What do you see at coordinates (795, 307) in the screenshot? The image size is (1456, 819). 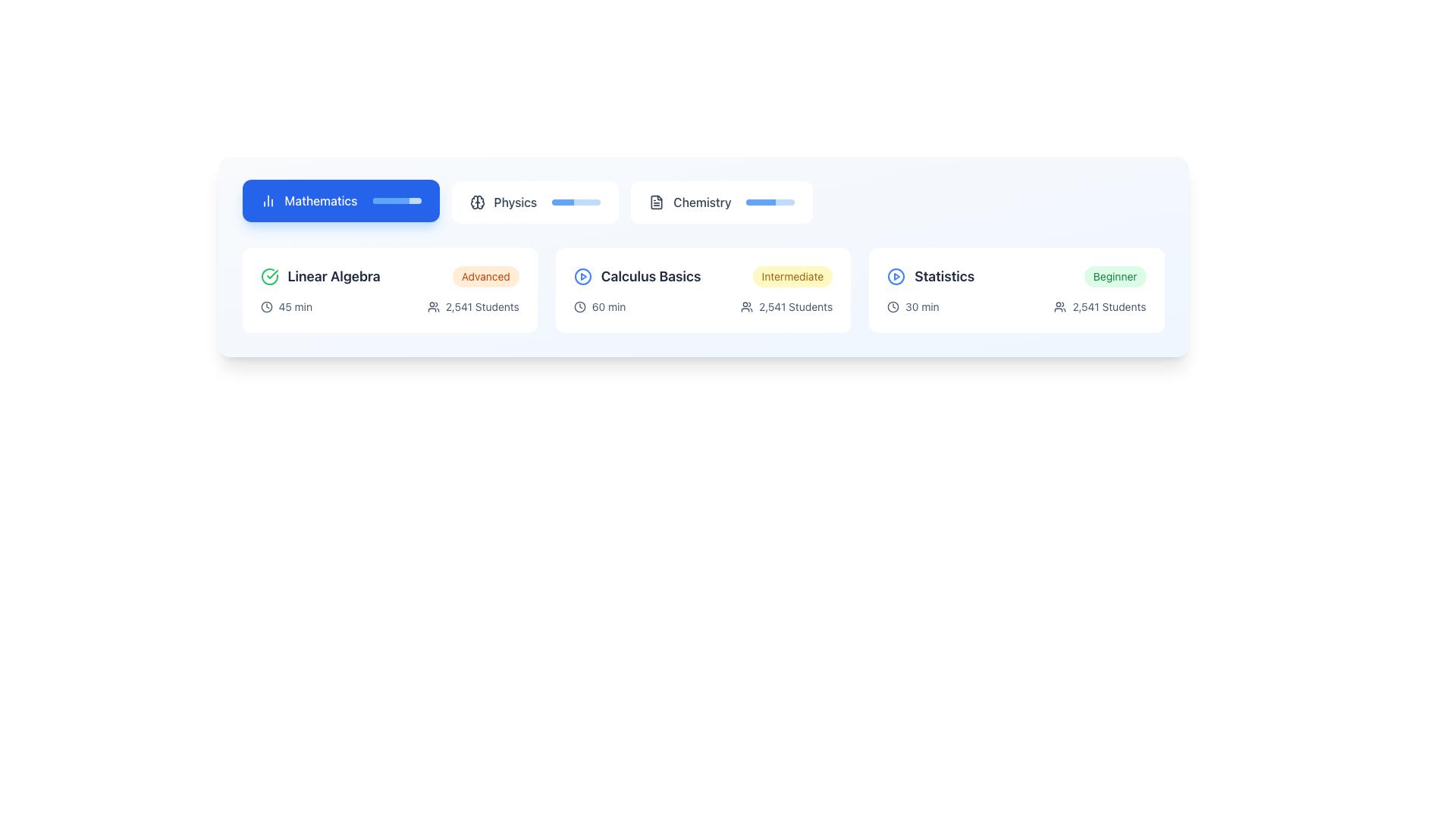 I see `the static text displaying '2,541 Students' in a light-to-dark gray font, located next to the student icon within the 'Calculus Basics' card` at bounding box center [795, 307].